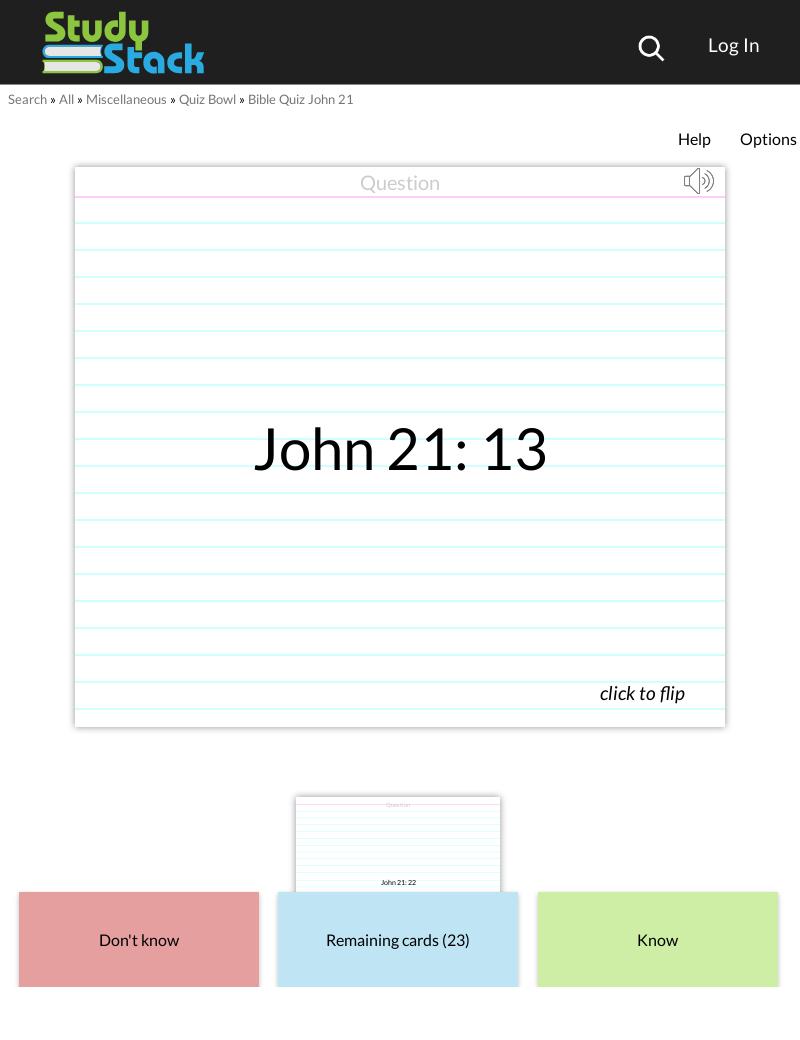  Describe the element at coordinates (251, 445) in the screenshot. I see `'John 21: 13'` at that location.